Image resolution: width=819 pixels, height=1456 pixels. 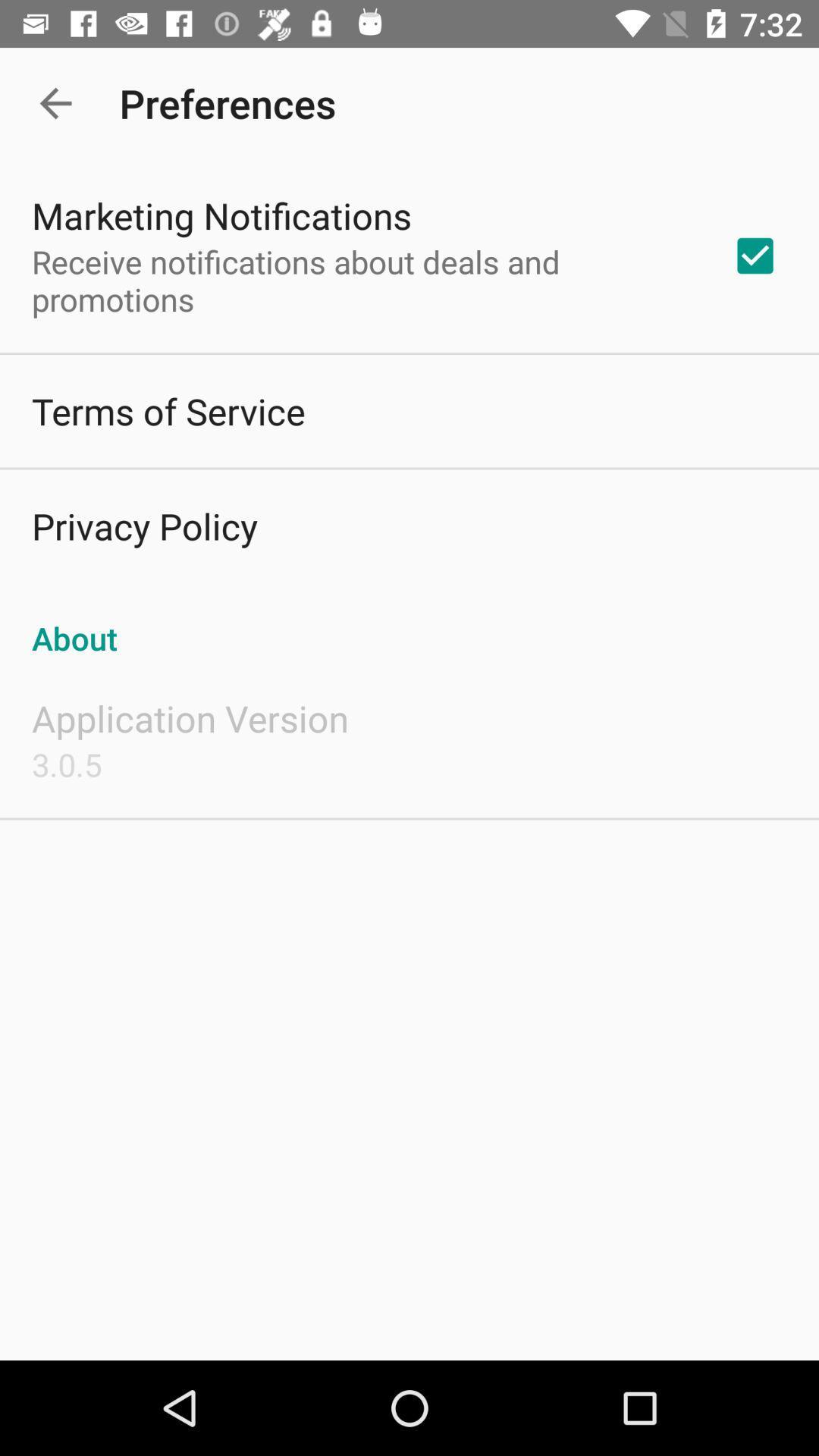 What do you see at coordinates (168, 411) in the screenshot?
I see `terms of service item` at bounding box center [168, 411].